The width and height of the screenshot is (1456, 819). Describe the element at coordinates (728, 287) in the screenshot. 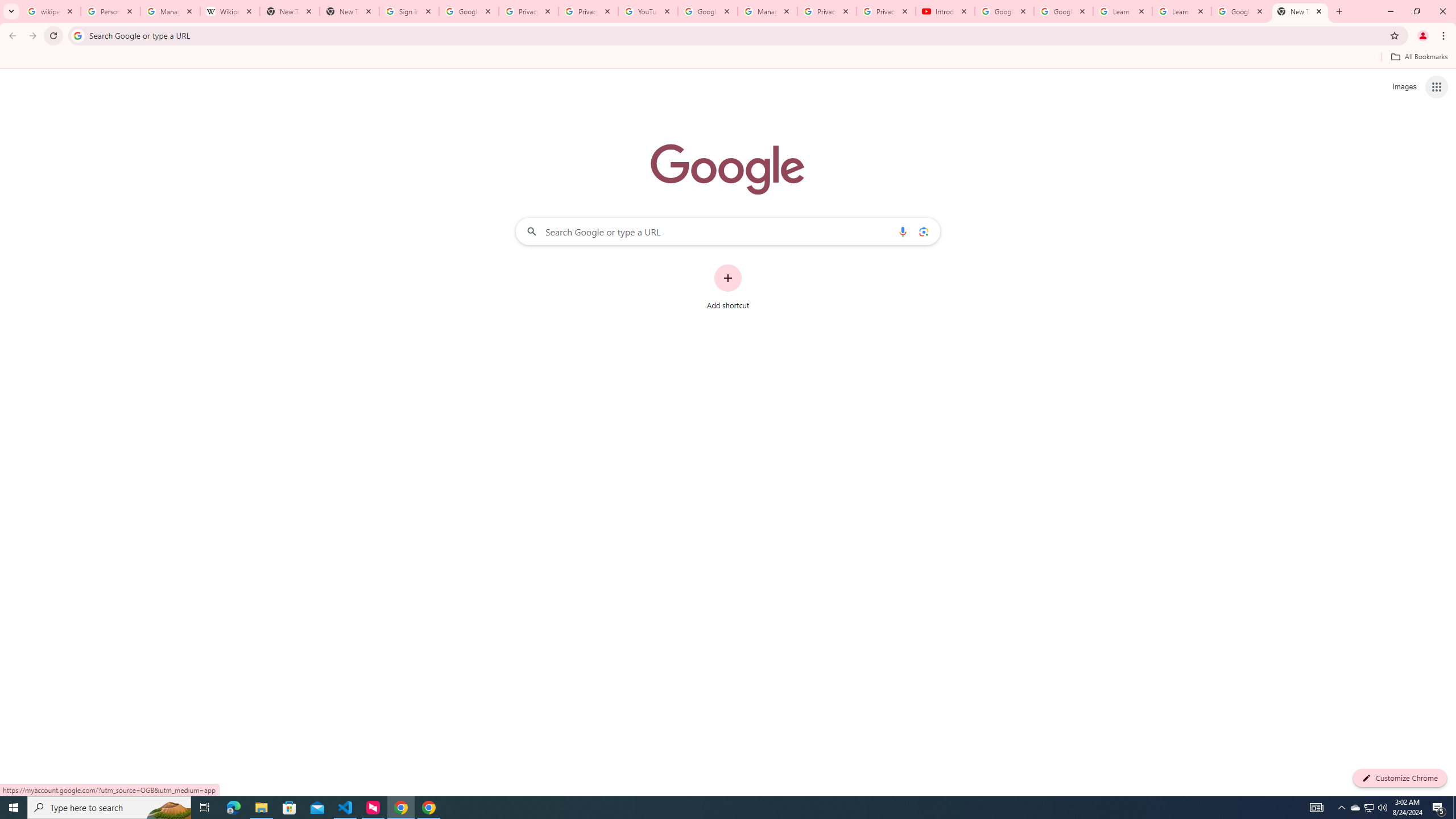

I see `'Add shortcut'` at that location.